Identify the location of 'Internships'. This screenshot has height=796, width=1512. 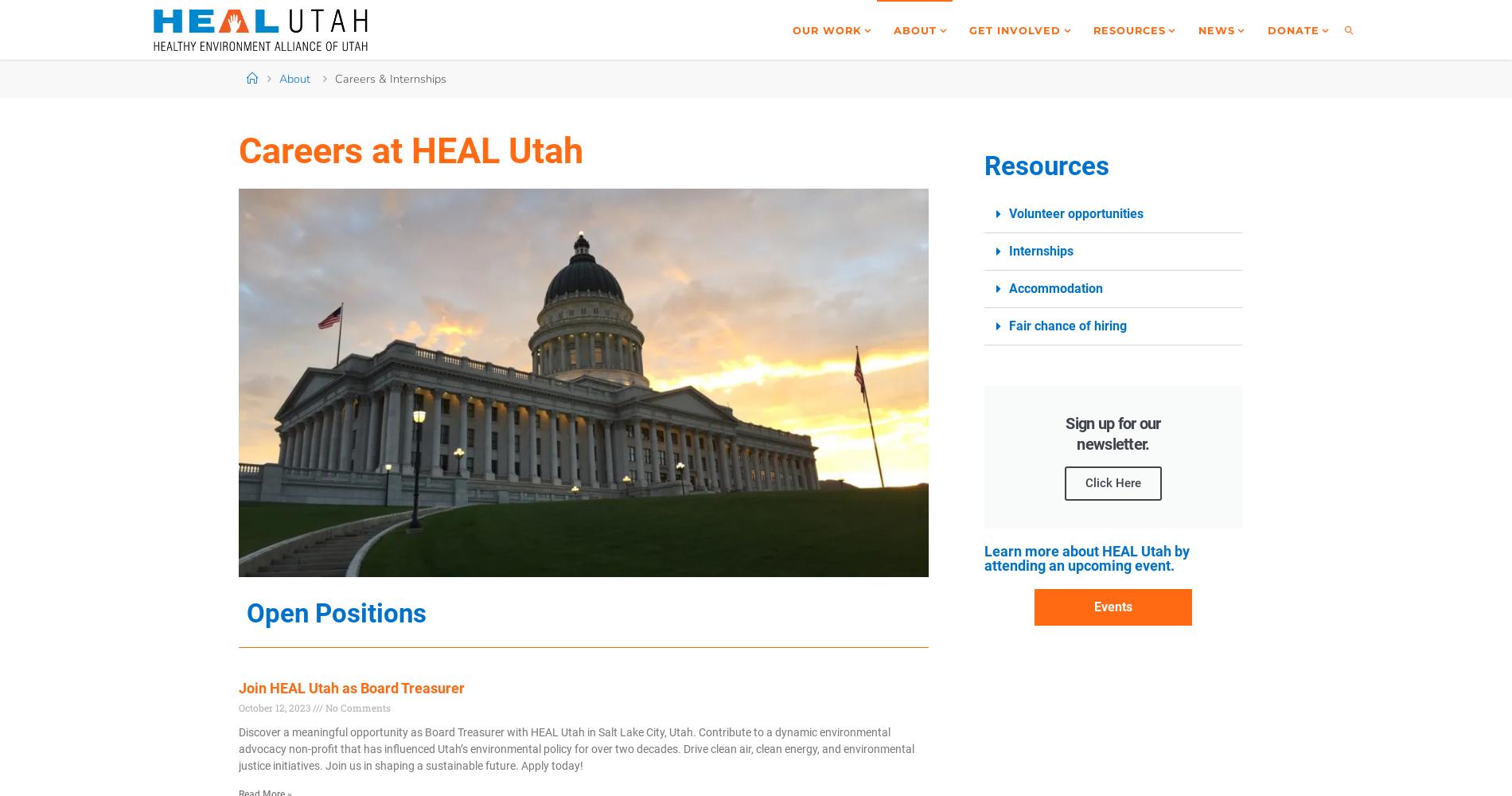
(1039, 250).